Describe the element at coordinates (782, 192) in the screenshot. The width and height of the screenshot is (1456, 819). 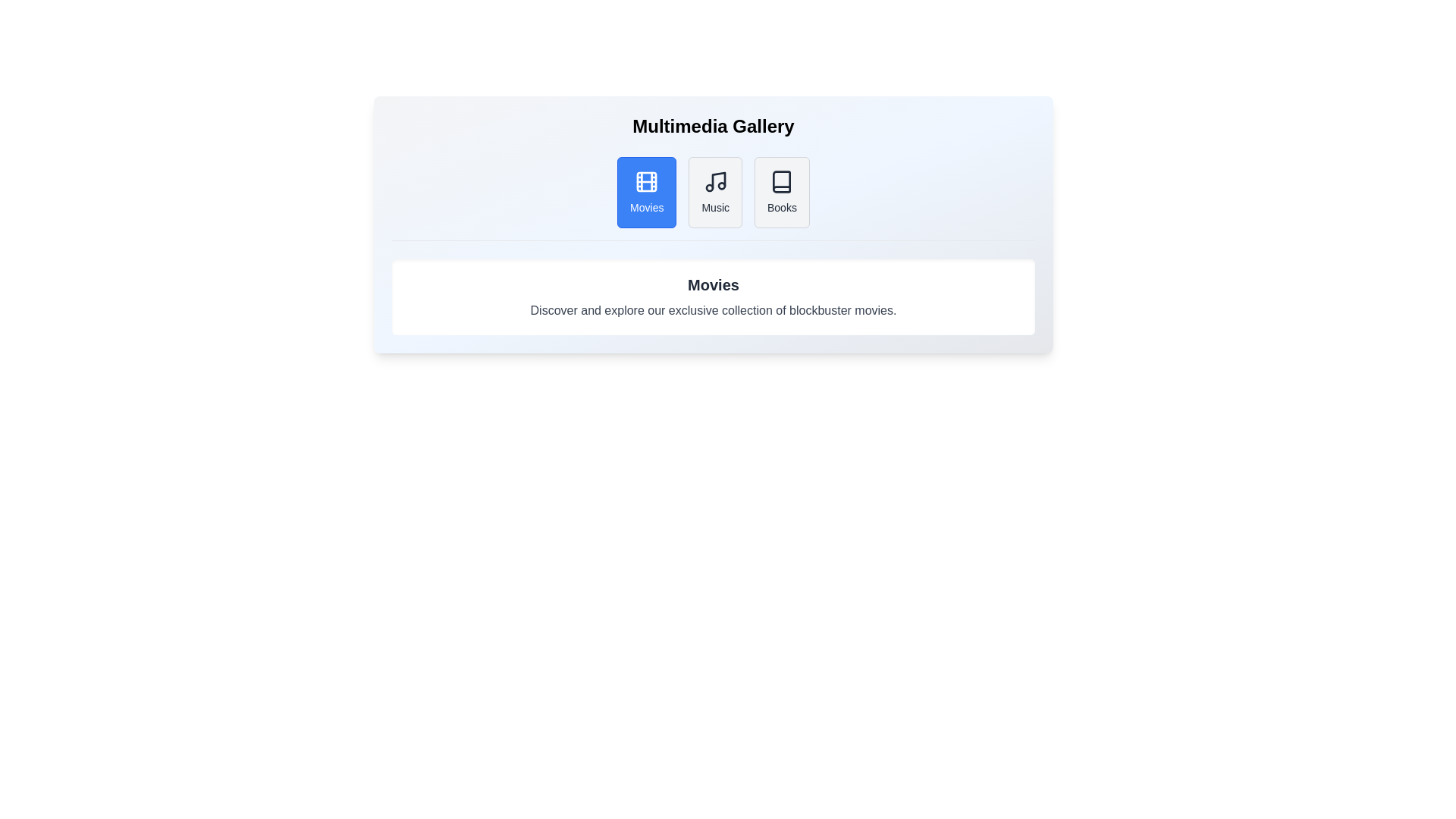
I see `the button labeled Books` at that location.